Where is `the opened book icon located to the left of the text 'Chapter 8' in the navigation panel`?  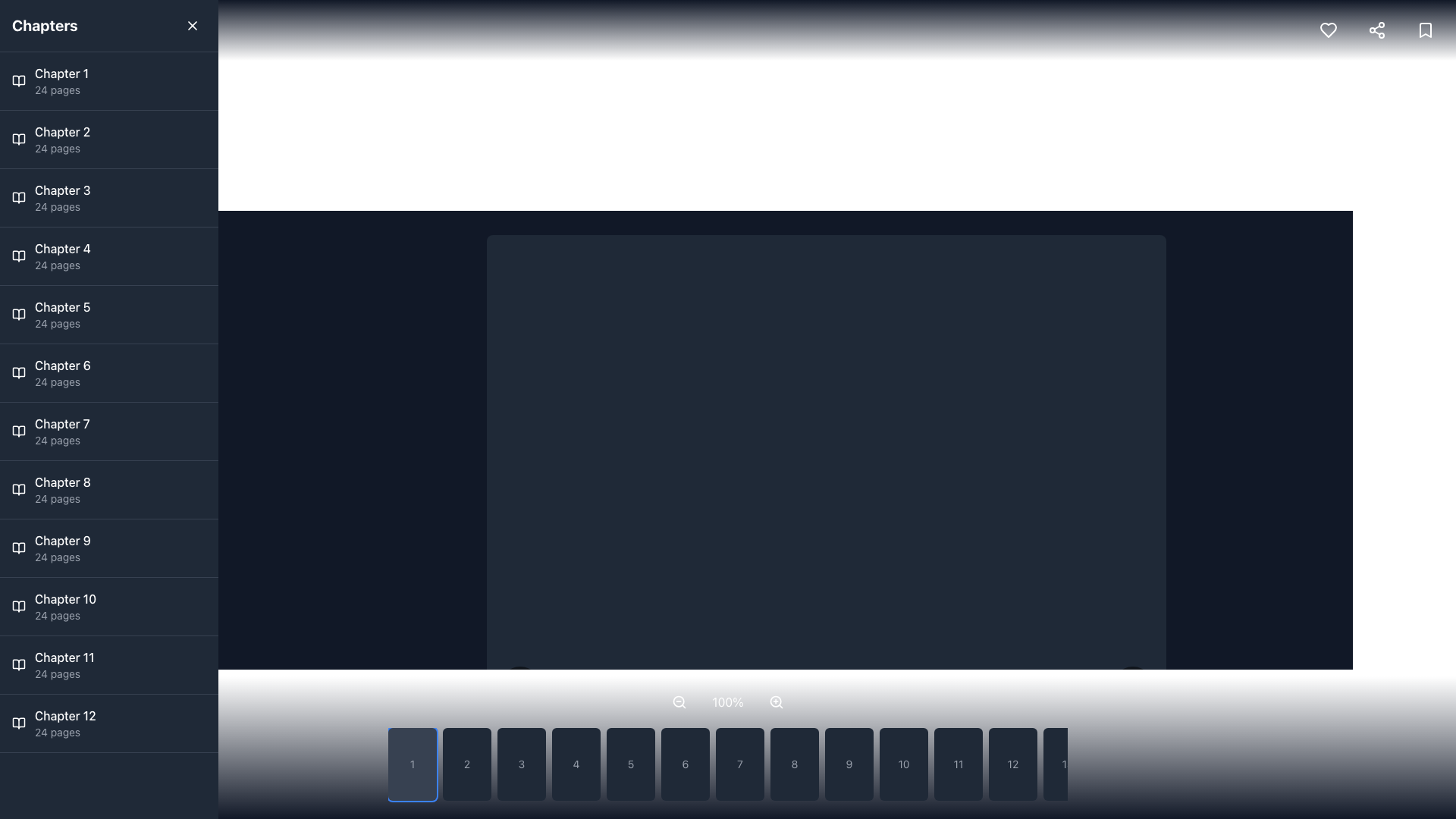 the opened book icon located to the left of the text 'Chapter 8' in the navigation panel is located at coordinates (18, 489).